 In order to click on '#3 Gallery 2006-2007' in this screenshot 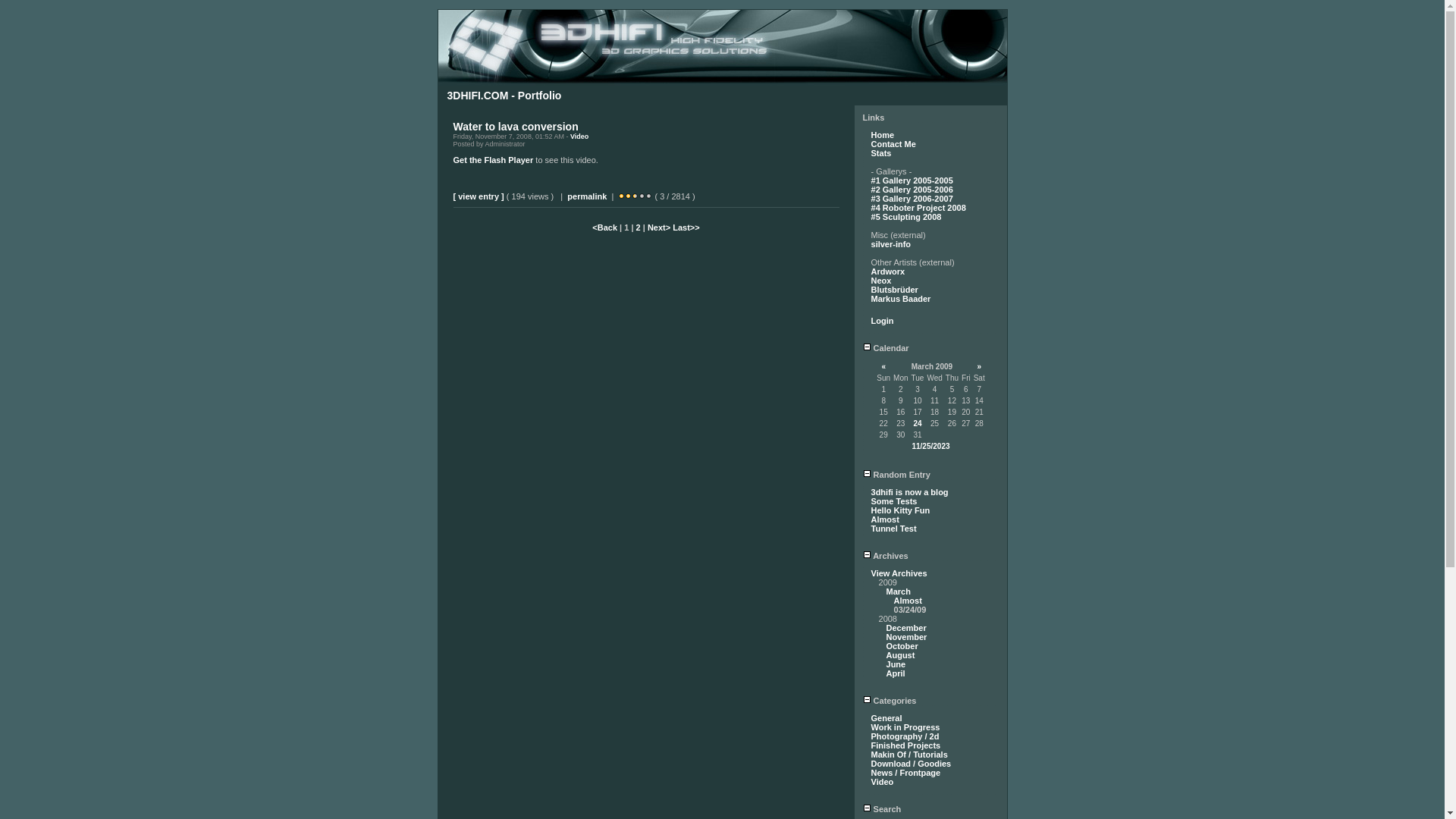, I will do `click(912, 198)`.